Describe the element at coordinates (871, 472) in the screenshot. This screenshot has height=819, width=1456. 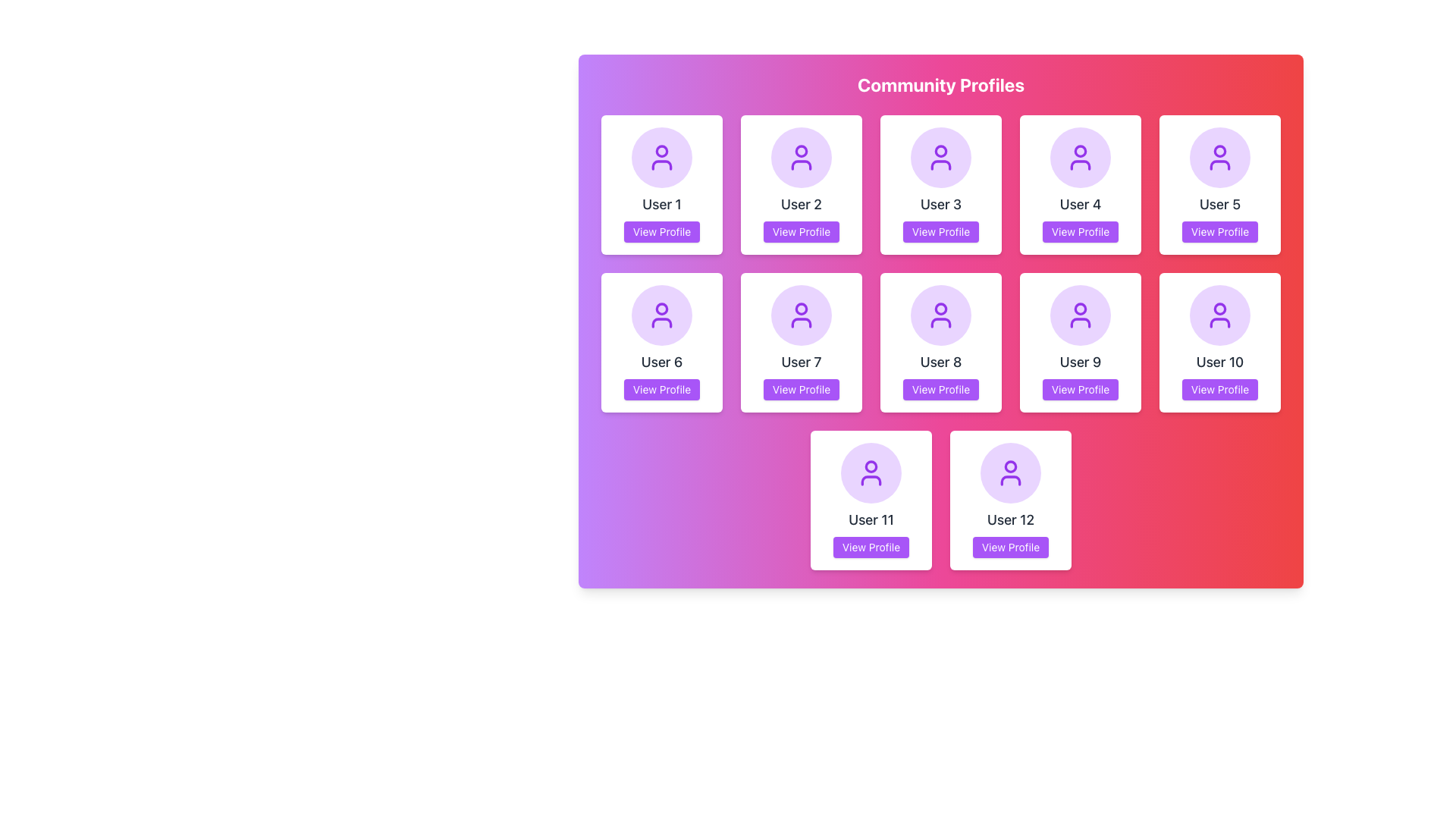
I see `the circular user icon representing the 'User 11' profile, located at the top area of the profile card in the bottom row, second column of the grid layout` at that location.